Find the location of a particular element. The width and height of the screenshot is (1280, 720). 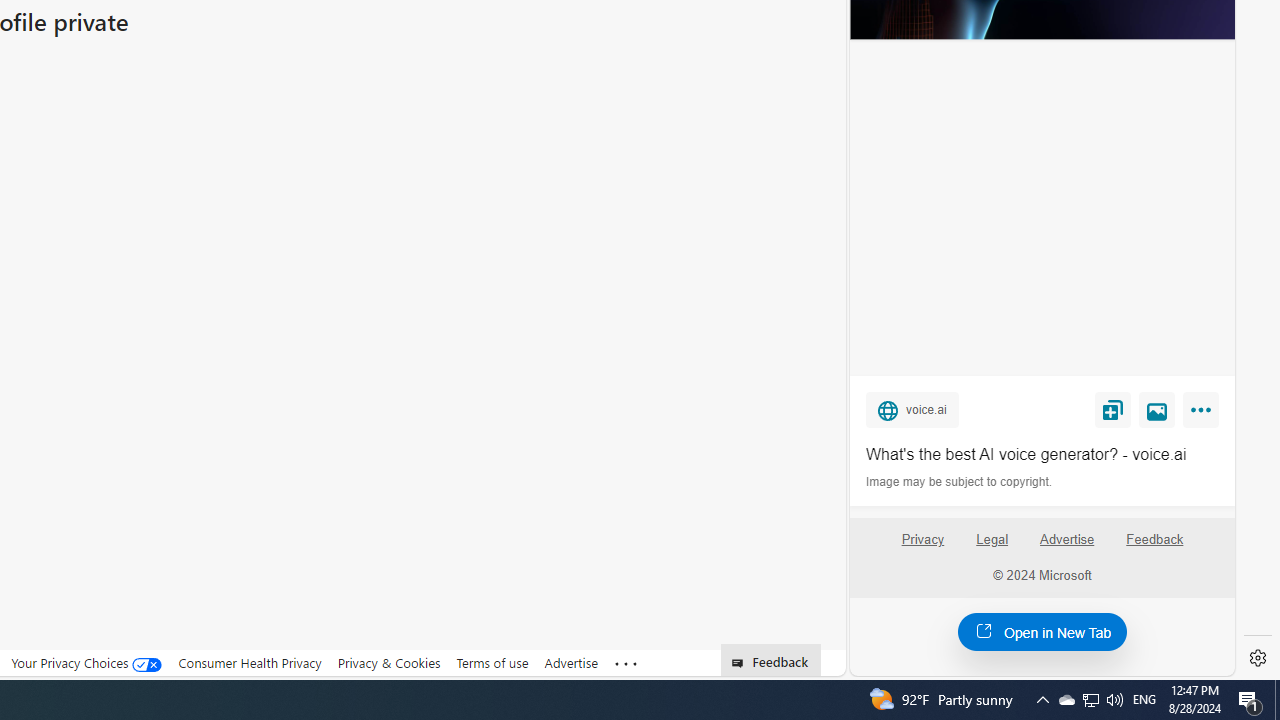

'Save' is located at coordinates (1111, 408).